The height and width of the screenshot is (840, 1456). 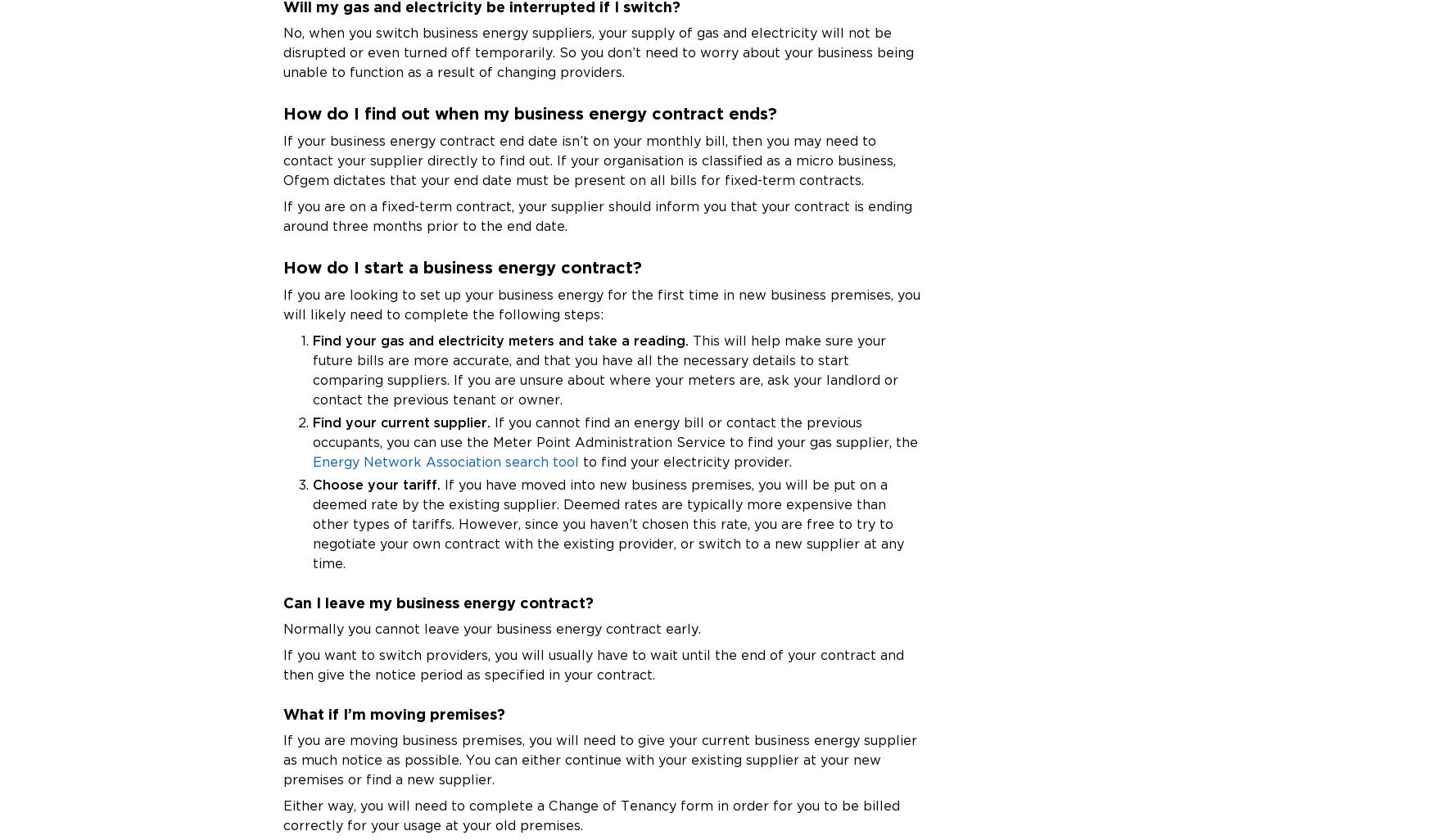 I want to click on 'Energy Network Association search tool', so click(x=445, y=461).